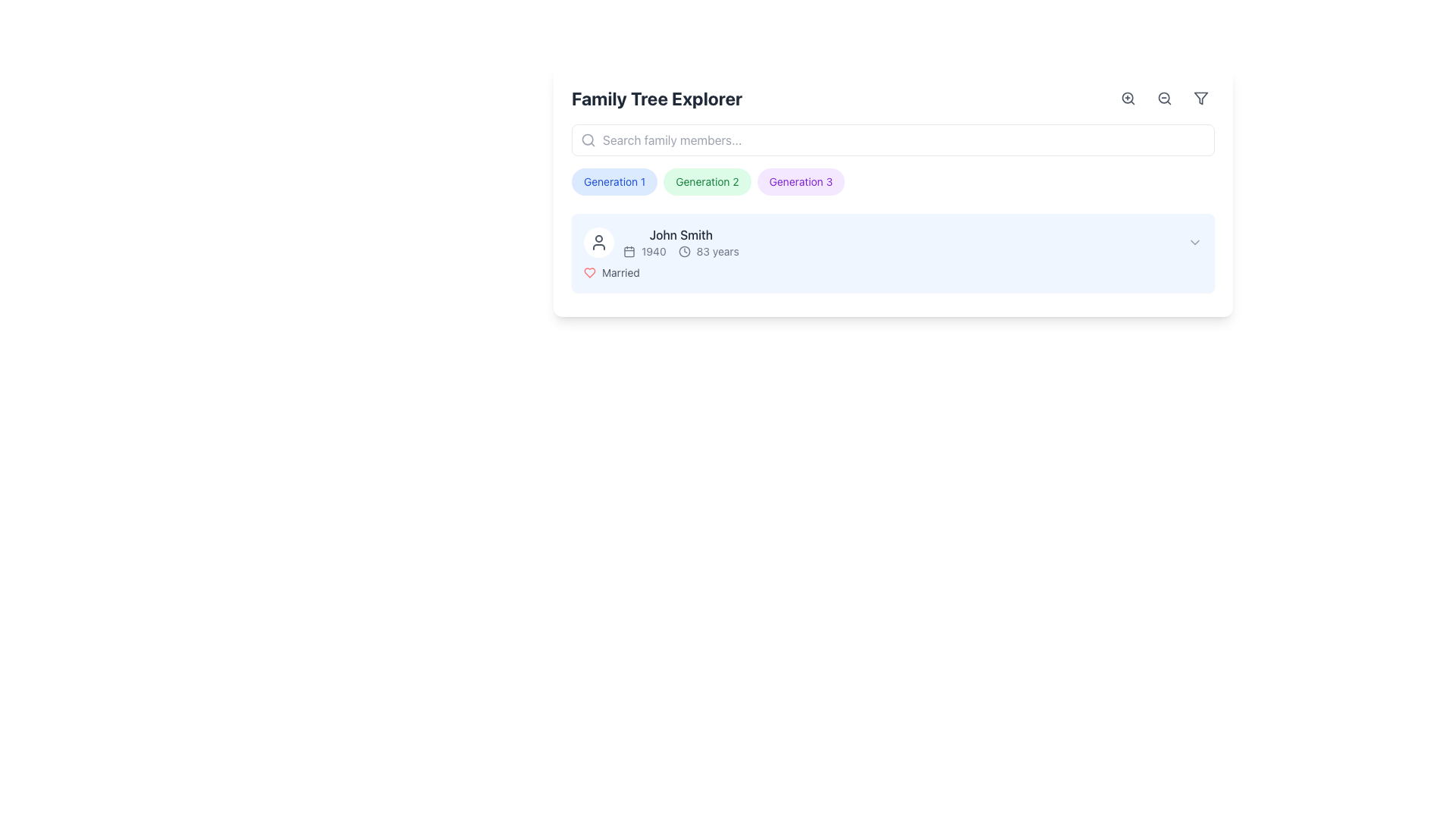 Image resolution: width=1456 pixels, height=819 pixels. What do you see at coordinates (683, 250) in the screenshot?
I see `the outermost circular component of the clock icon located to the left of the text '1940' in the Family Tree Explorer interface` at bounding box center [683, 250].